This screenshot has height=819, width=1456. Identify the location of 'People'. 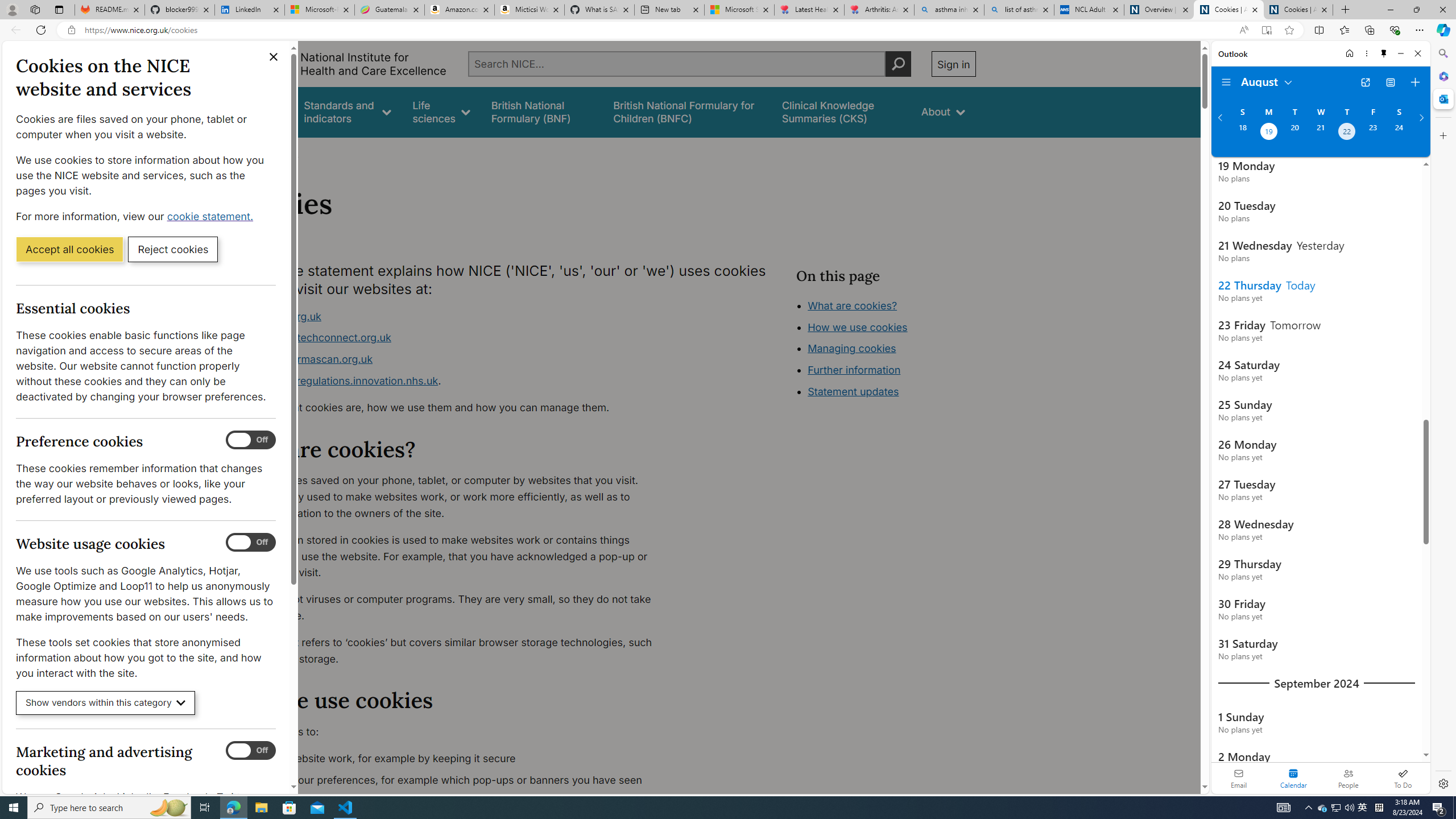
(1347, 777).